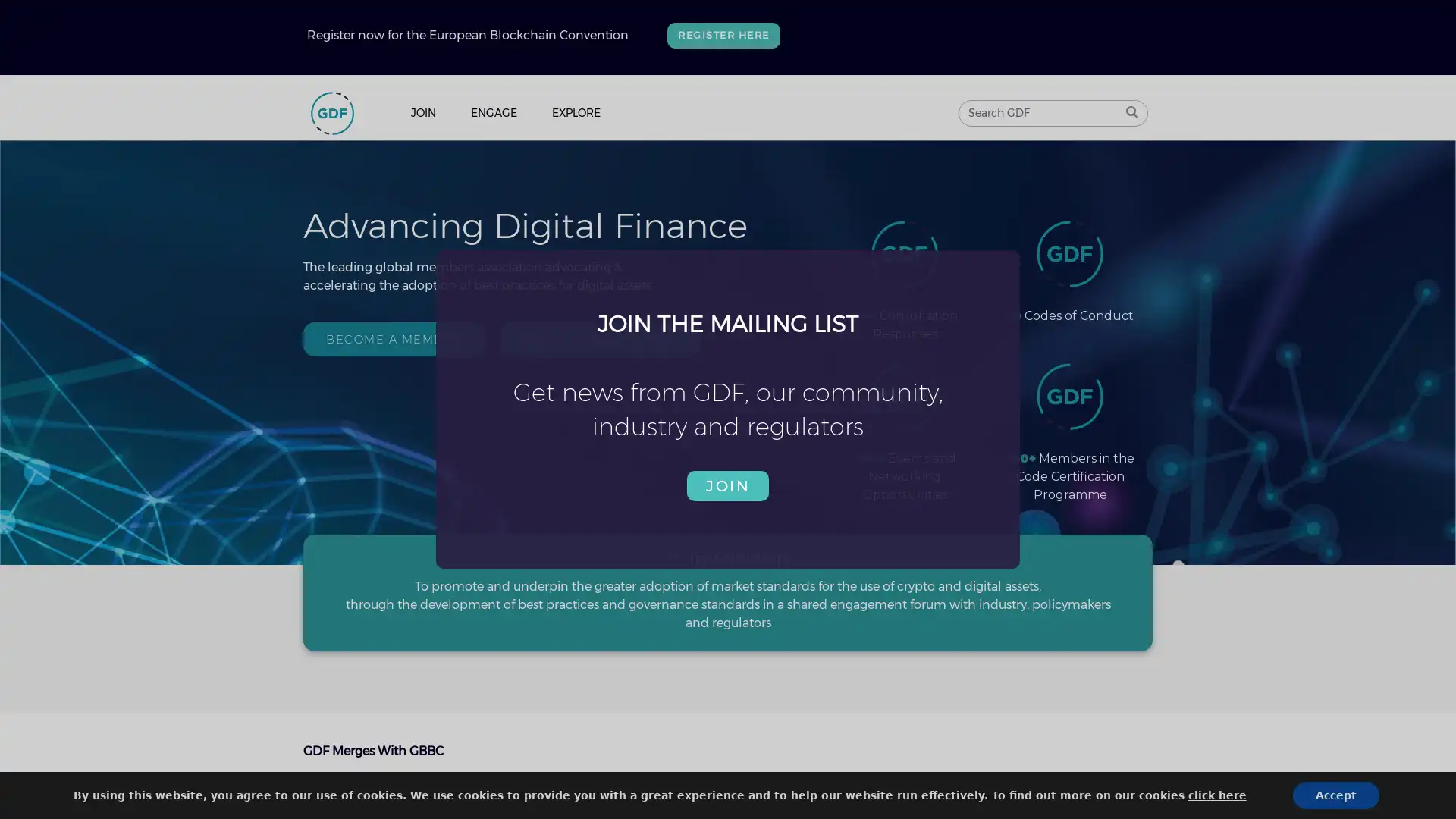 The width and height of the screenshot is (1456, 819). I want to click on JOIN OUR MAILING LIST, so click(598, 337).